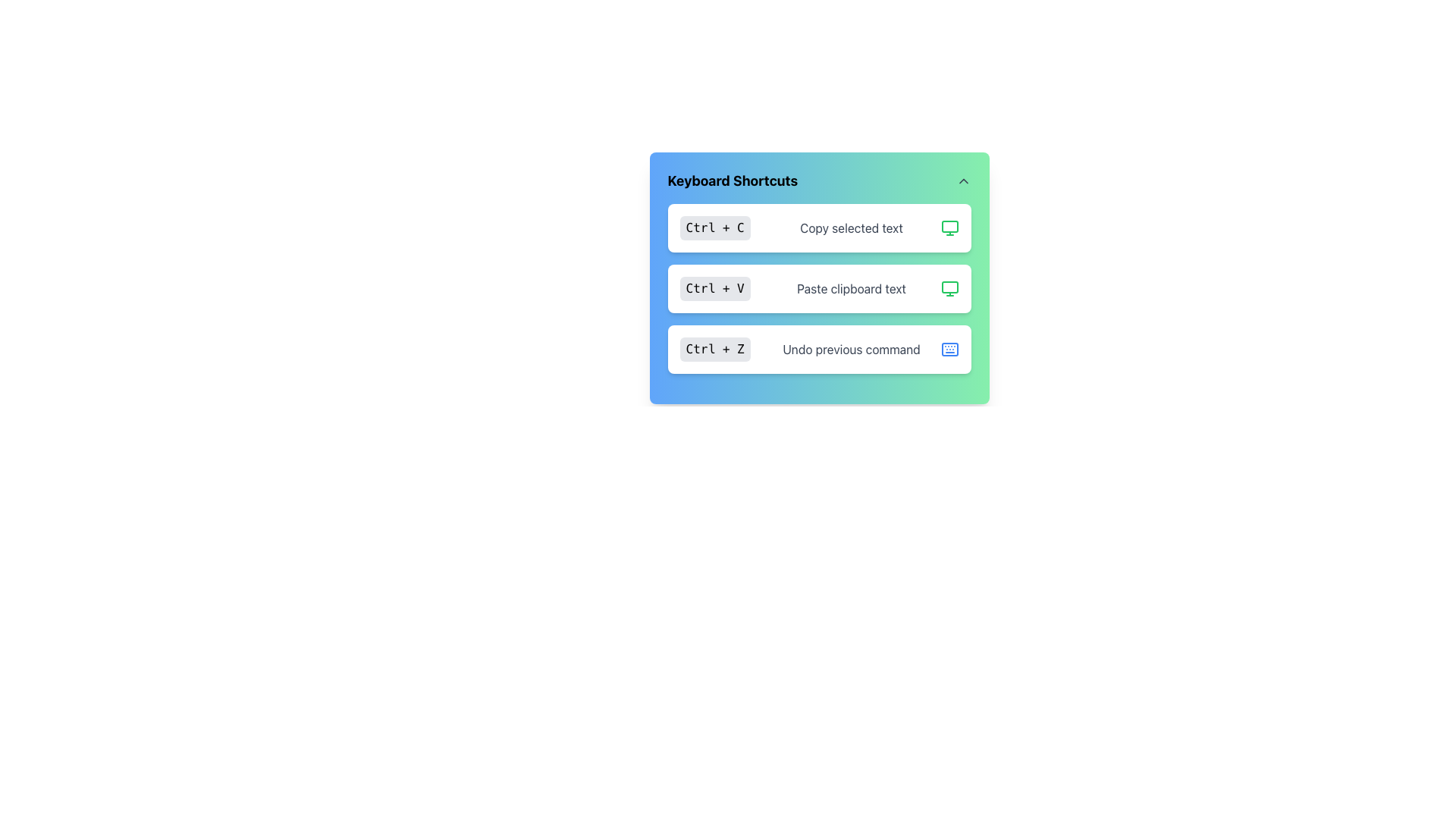  Describe the element at coordinates (949, 350) in the screenshot. I see `the icon located at the far right of the row containing 'Ctrl + Z' and the description 'Undo previous command.' This icon is the third component from the left in the same row` at that location.